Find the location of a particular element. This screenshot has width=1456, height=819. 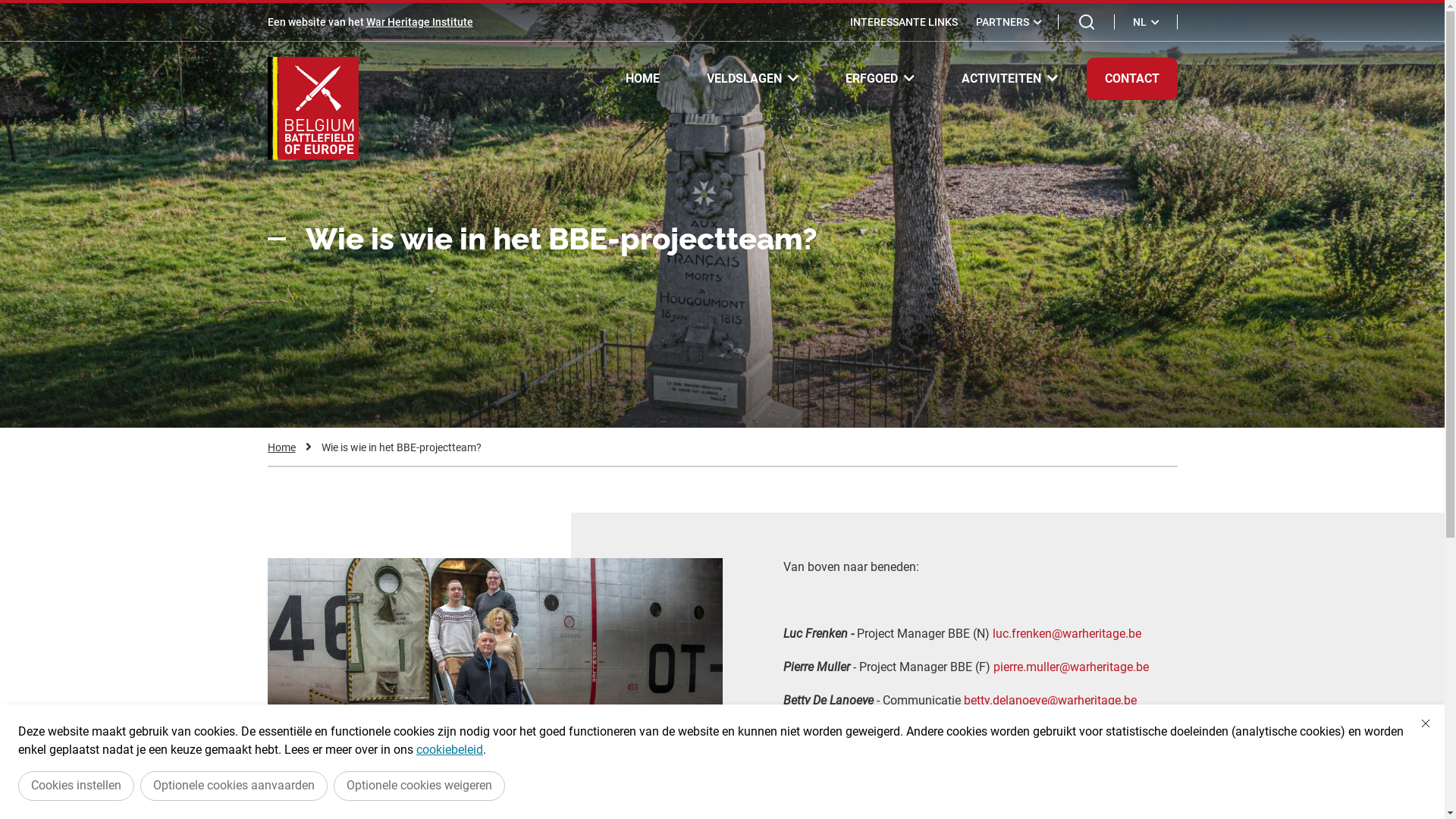

'INTERESSANTE LINKS' is located at coordinates (902, 22).